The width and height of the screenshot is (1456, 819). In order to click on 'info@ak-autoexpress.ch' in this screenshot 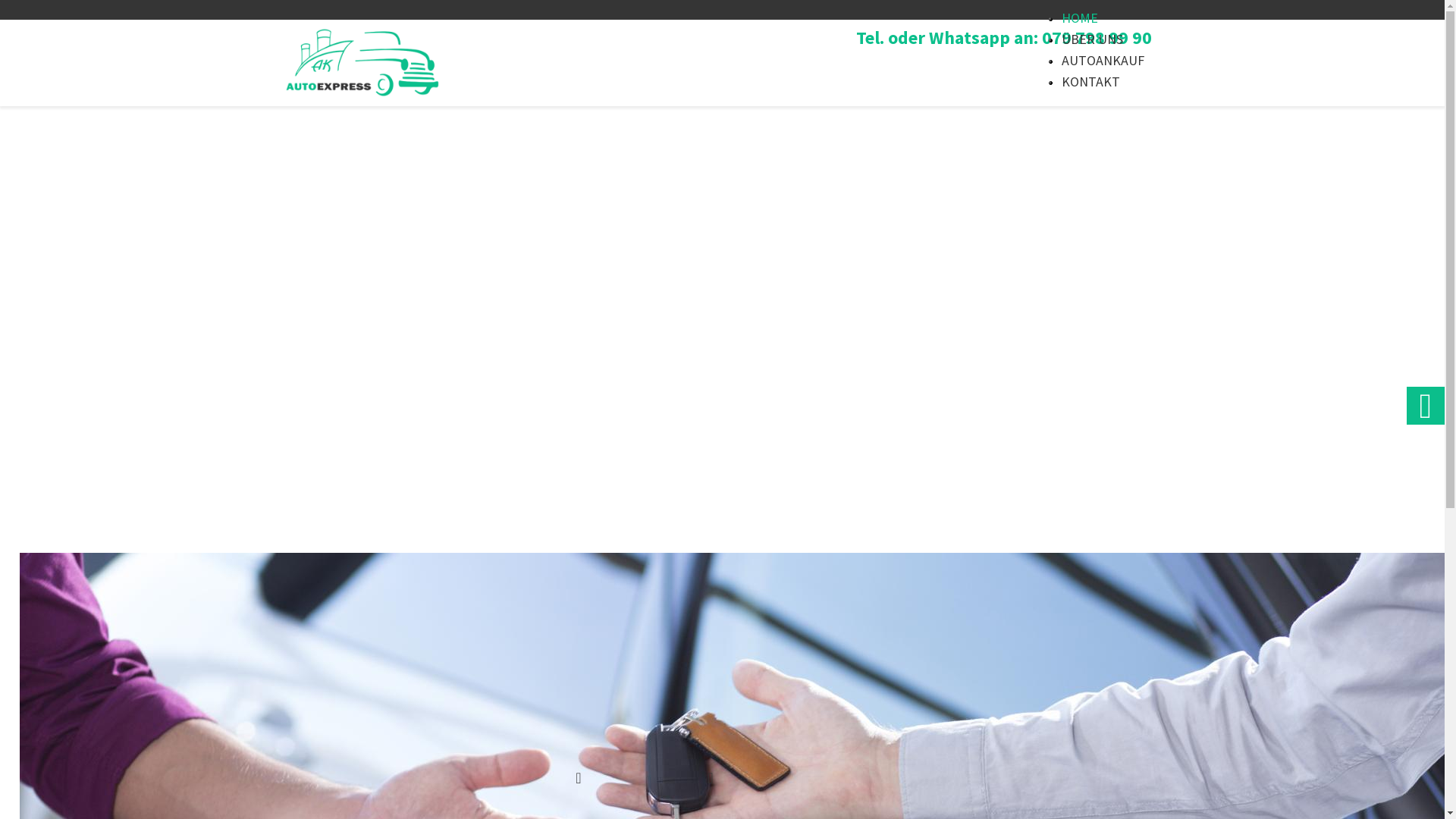, I will do `click(798, 777)`.